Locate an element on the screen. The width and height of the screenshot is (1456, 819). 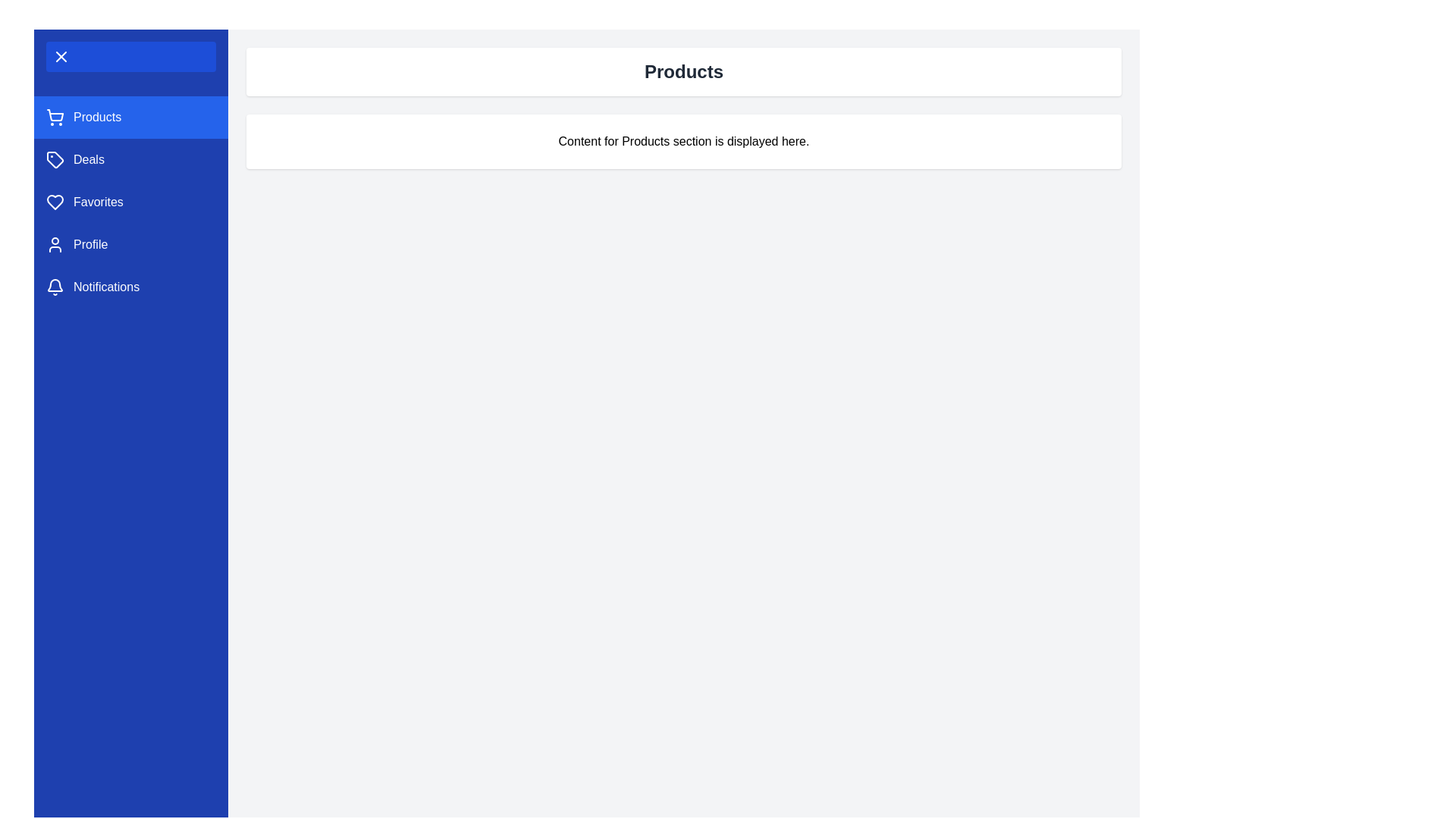
the Close button icon, represented by an 'X', located at the top-left corner of the sidebar is located at coordinates (61, 55).